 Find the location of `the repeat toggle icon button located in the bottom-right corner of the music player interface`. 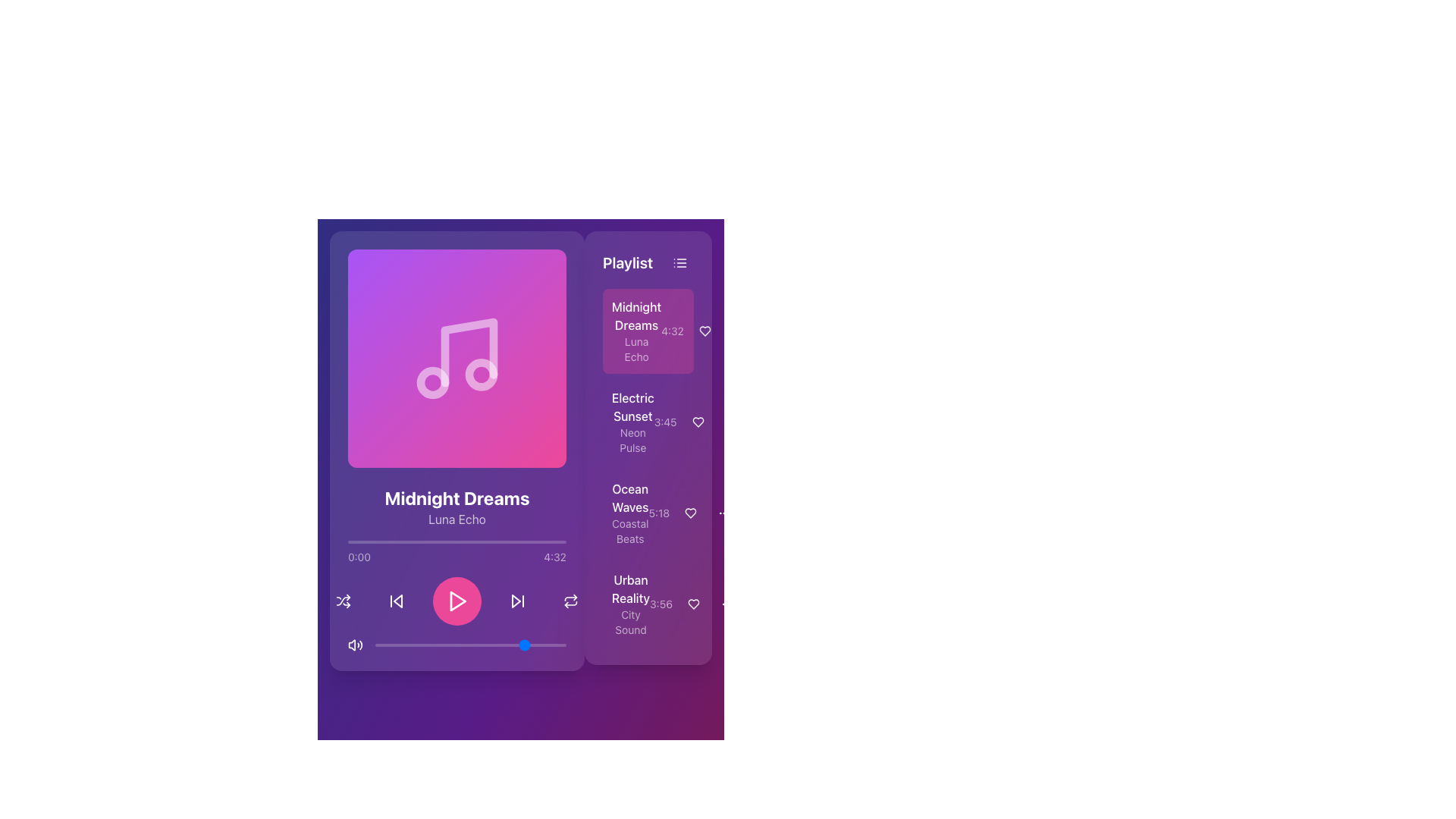

the repeat toggle icon button located in the bottom-right corner of the music player interface is located at coordinates (570, 601).